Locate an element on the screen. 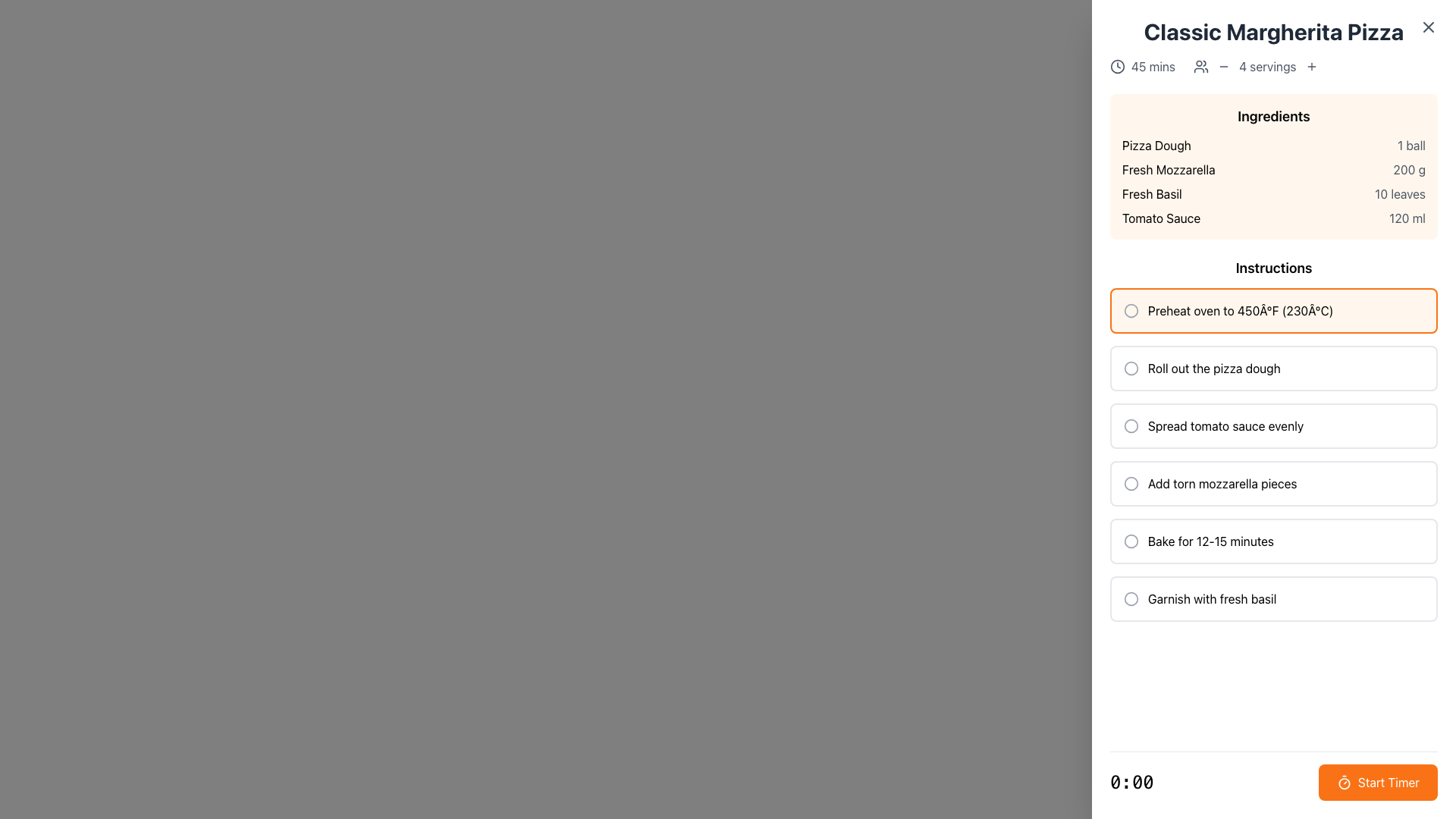 This screenshot has height=819, width=1456. to select the instruction step item located as the second item in the 'Instructions' section, providing guidance on a specific action in the recipe is located at coordinates (1274, 369).